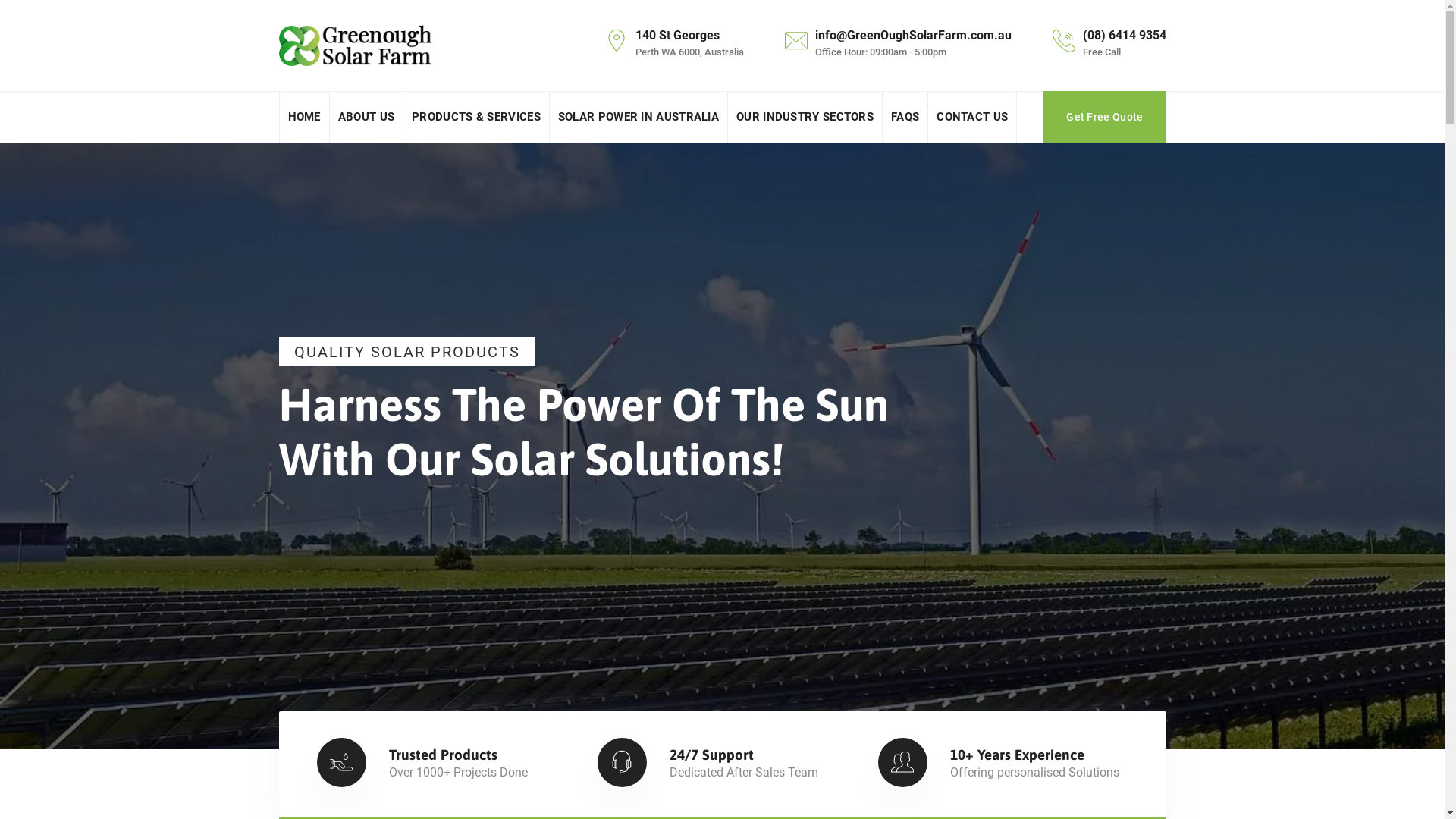 This screenshot has width=1456, height=819. What do you see at coordinates (638, 116) in the screenshot?
I see `'SOLAR POWER IN AUSTRALIA'` at bounding box center [638, 116].